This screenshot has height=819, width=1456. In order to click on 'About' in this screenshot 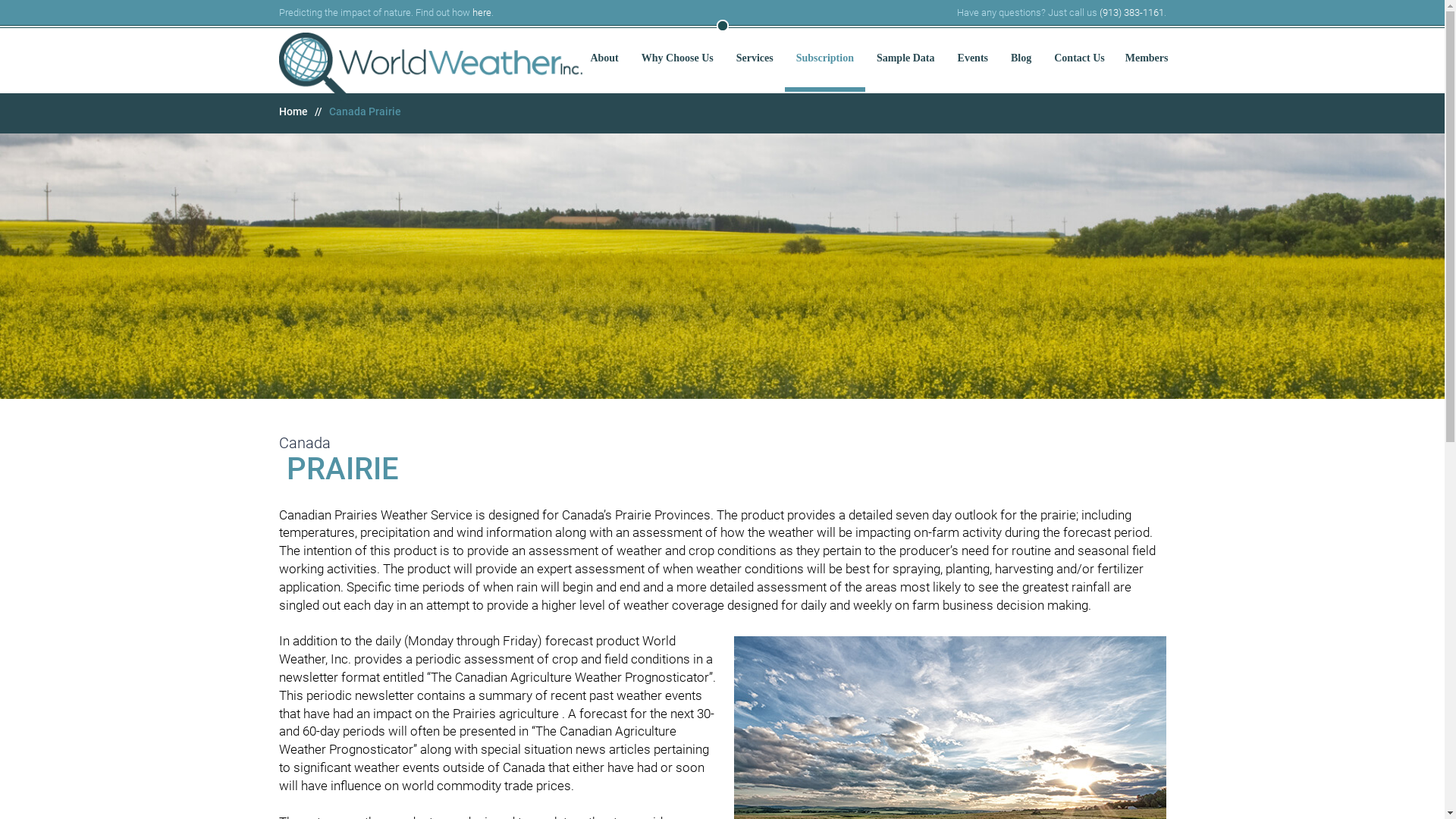, I will do `click(603, 57)`.